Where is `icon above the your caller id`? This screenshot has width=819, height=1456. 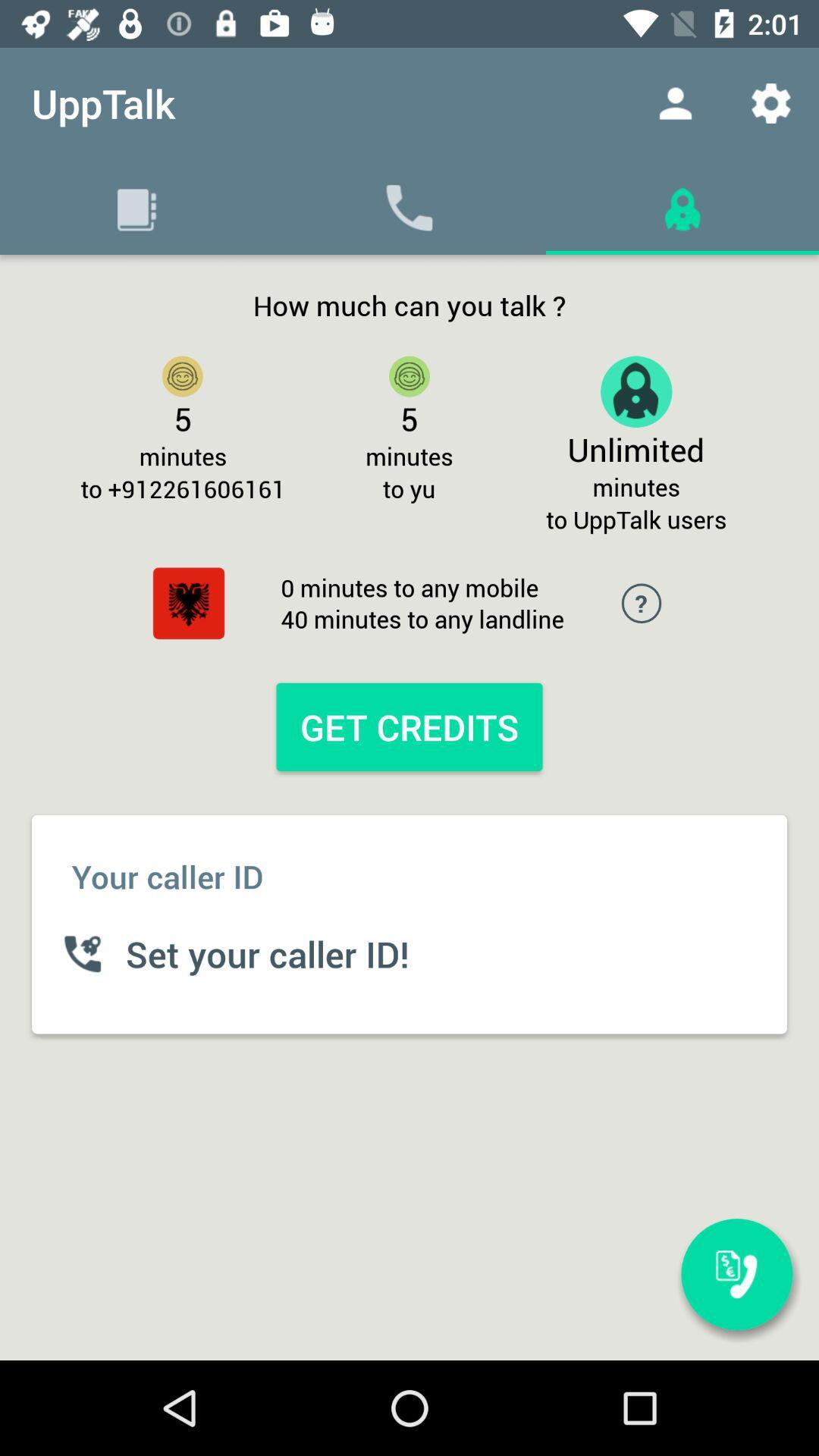
icon above the your caller id is located at coordinates (188, 602).